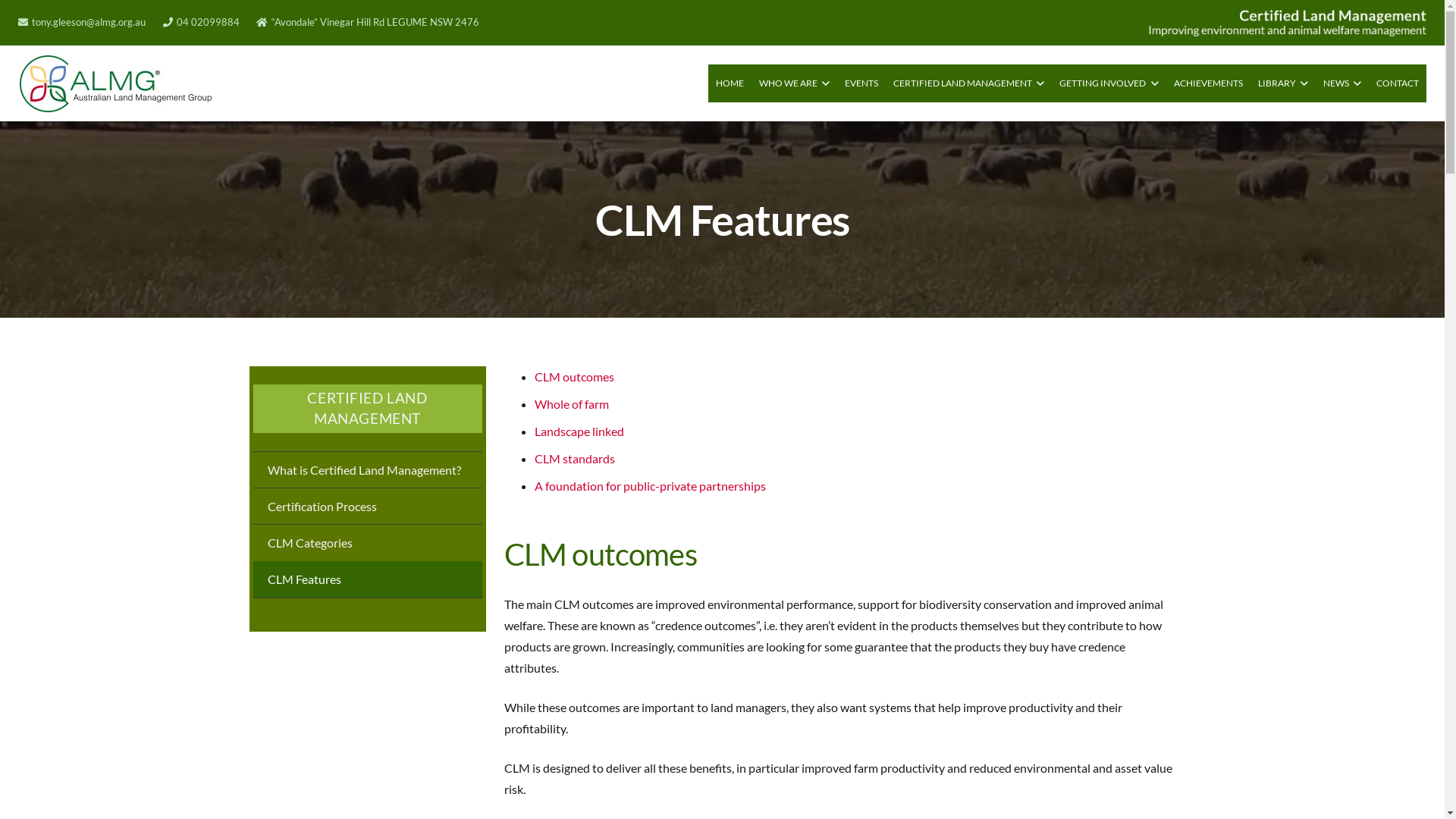 The width and height of the screenshot is (1456, 819). What do you see at coordinates (1342, 83) in the screenshot?
I see `'NEWS'` at bounding box center [1342, 83].